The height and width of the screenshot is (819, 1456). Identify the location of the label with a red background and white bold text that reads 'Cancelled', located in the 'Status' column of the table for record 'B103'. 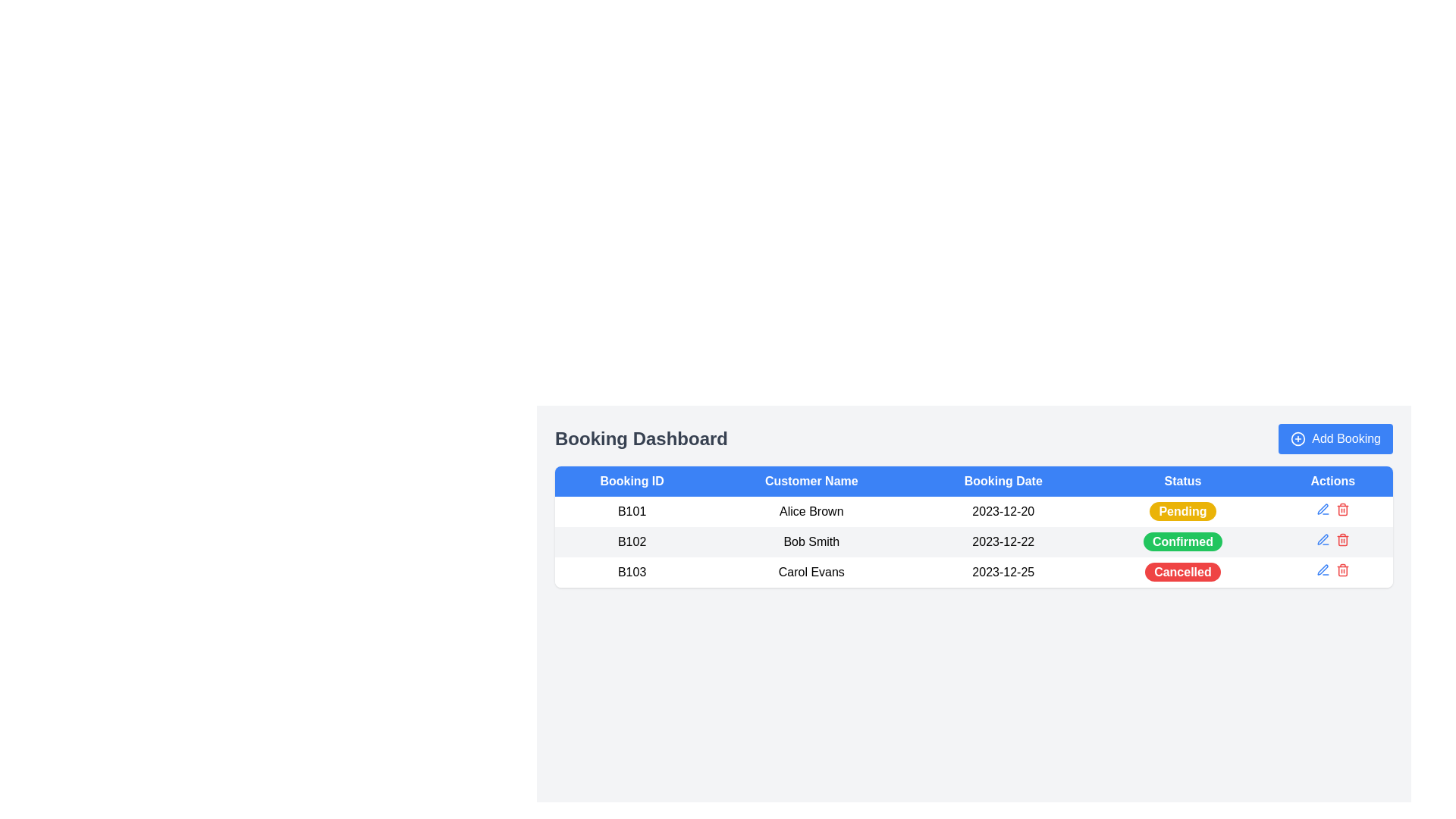
(1182, 572).